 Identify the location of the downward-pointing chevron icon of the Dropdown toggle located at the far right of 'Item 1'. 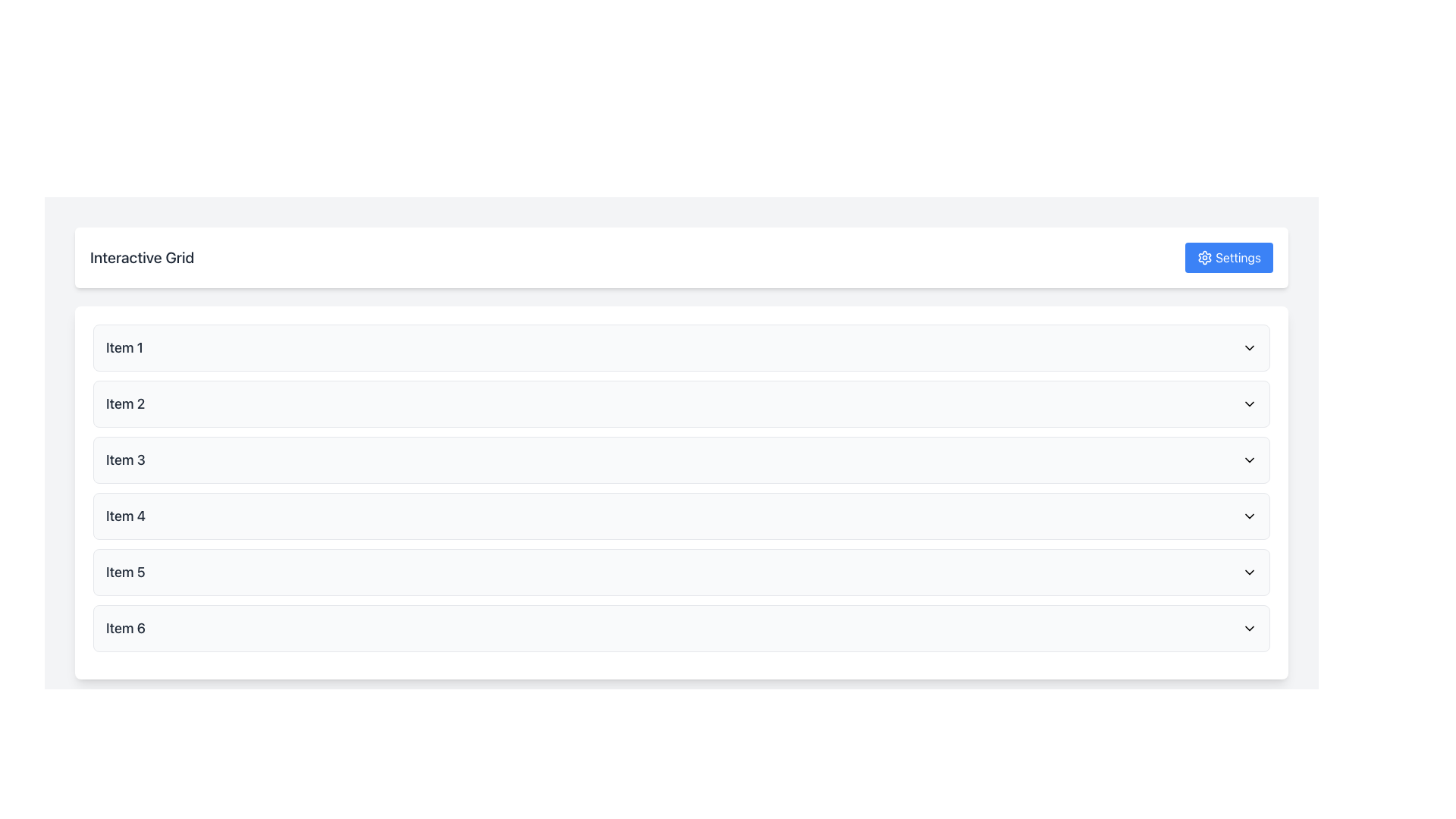
(1249, 348).